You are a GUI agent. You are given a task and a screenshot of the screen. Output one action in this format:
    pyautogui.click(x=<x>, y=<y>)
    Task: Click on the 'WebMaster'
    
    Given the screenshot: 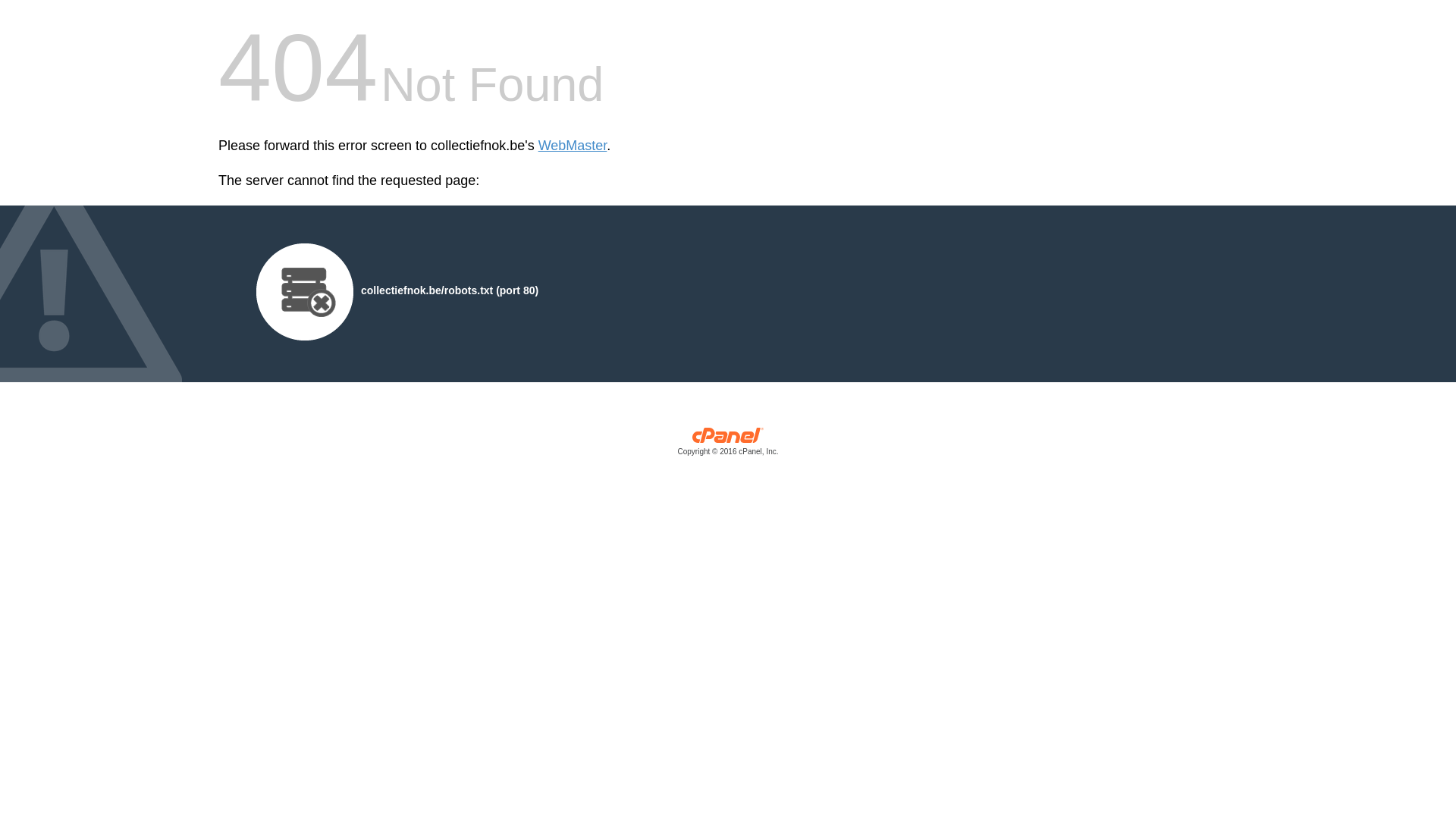 What is the action you would take?
    pyautogui.click(x=572, y=146)
    